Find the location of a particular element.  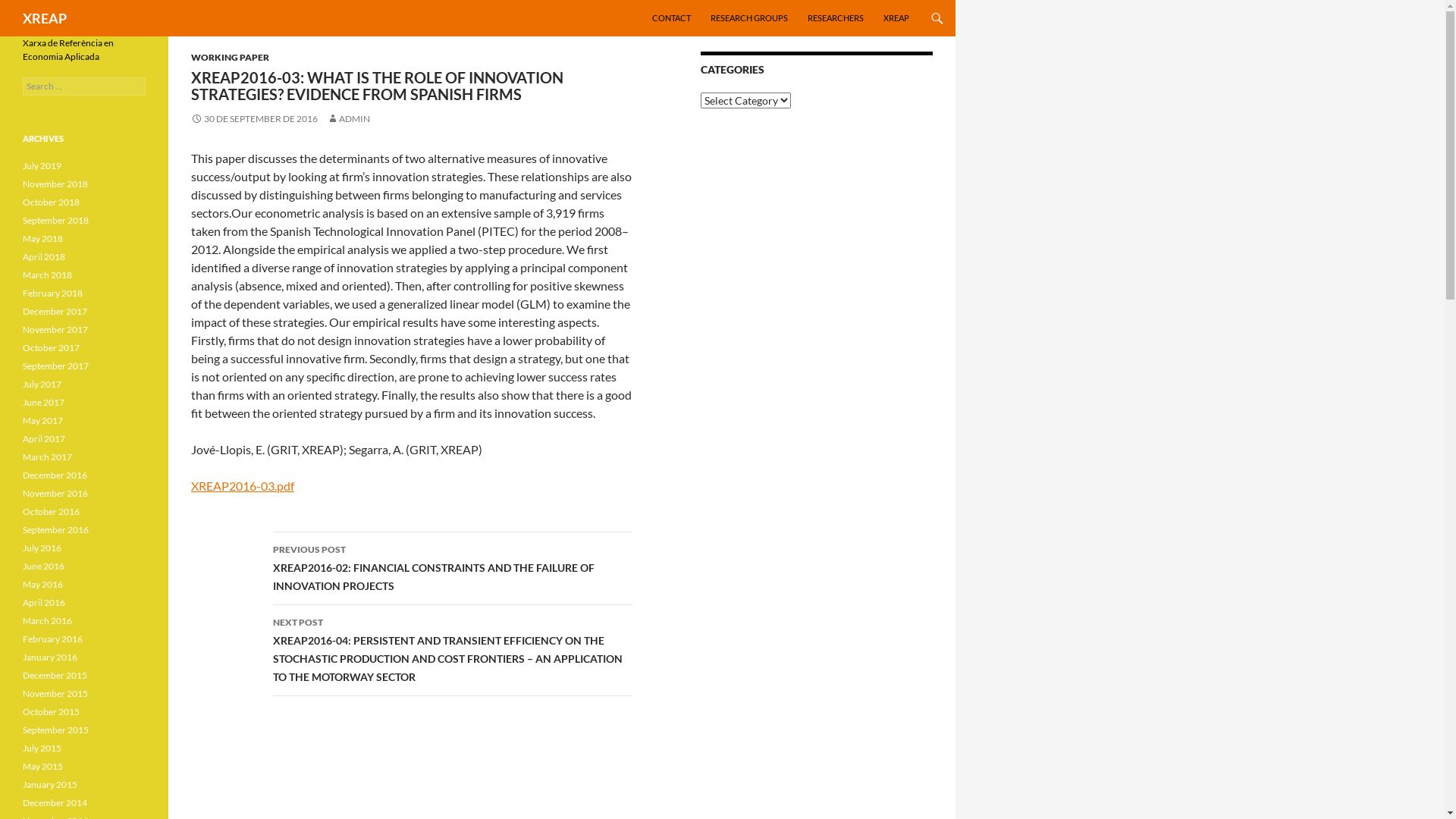

'January 2015' is located at coordinates (50, 784).